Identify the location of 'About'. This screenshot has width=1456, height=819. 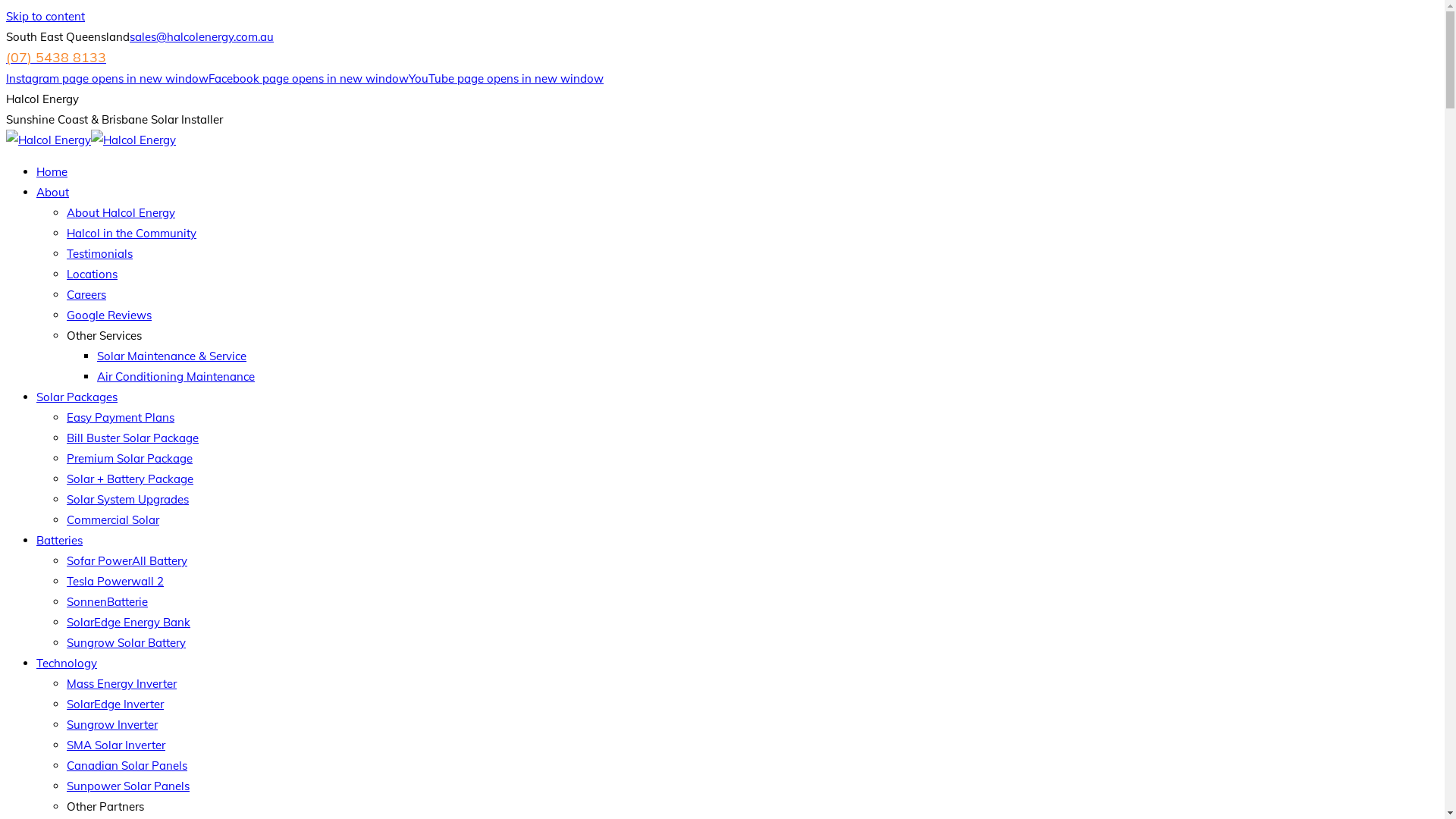
(52, 191).